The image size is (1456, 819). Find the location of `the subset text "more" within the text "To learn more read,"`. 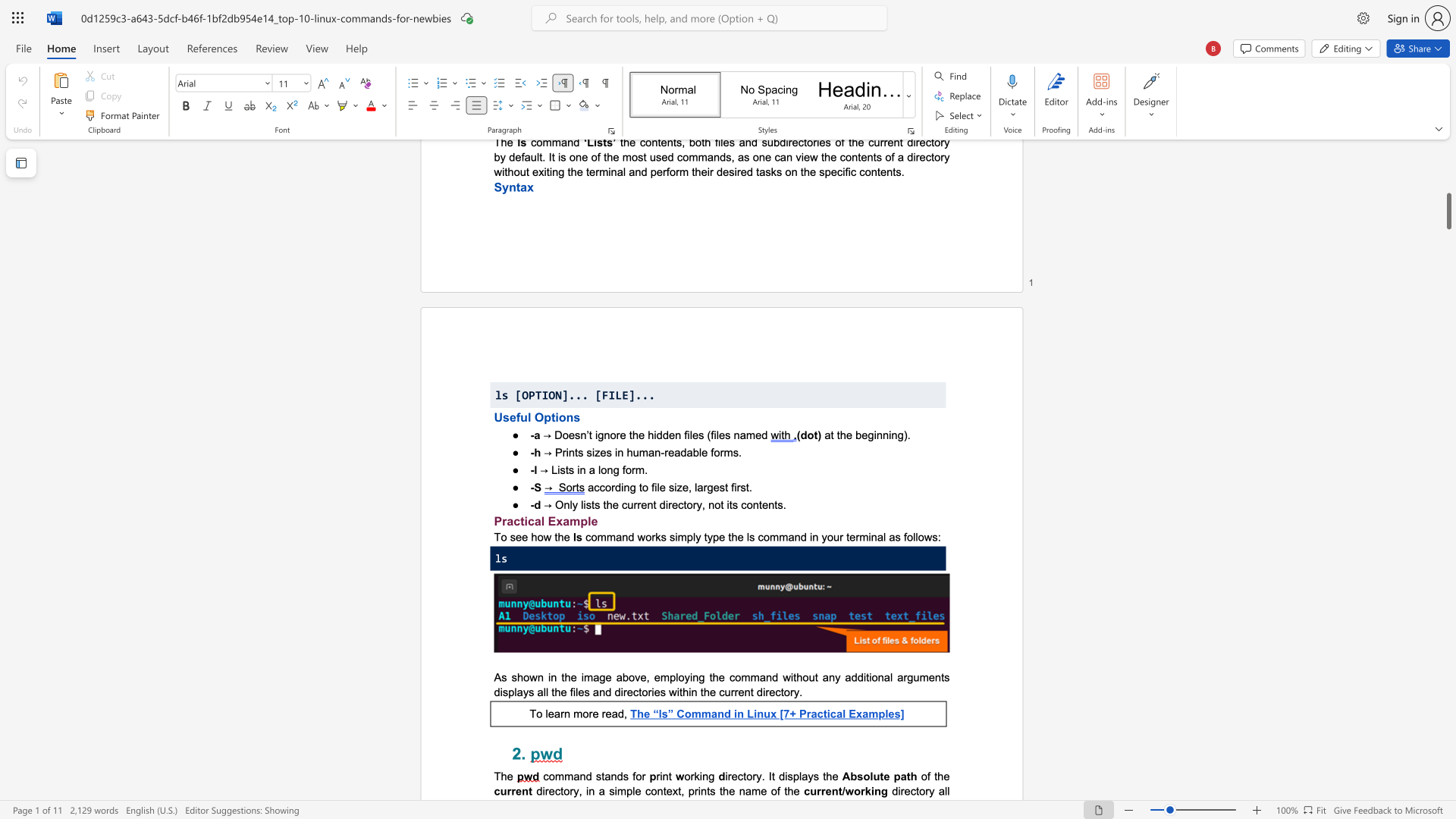

the subset text "more" within the text "To learn more read," is located at coordinates (573, 714).